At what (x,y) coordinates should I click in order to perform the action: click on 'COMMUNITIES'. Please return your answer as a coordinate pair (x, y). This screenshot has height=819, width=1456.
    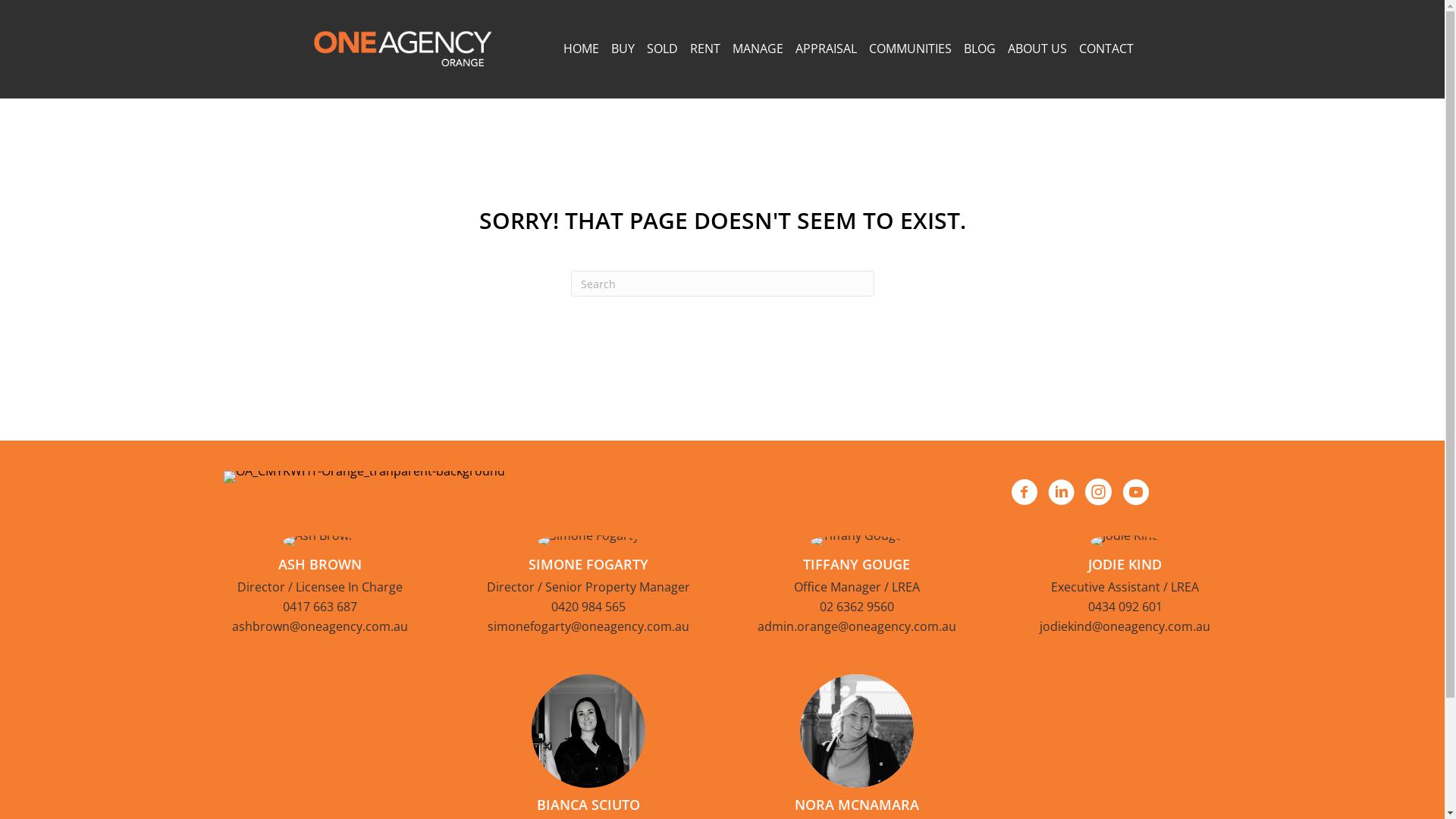
    Looking at the image, I should click on (910, 48).